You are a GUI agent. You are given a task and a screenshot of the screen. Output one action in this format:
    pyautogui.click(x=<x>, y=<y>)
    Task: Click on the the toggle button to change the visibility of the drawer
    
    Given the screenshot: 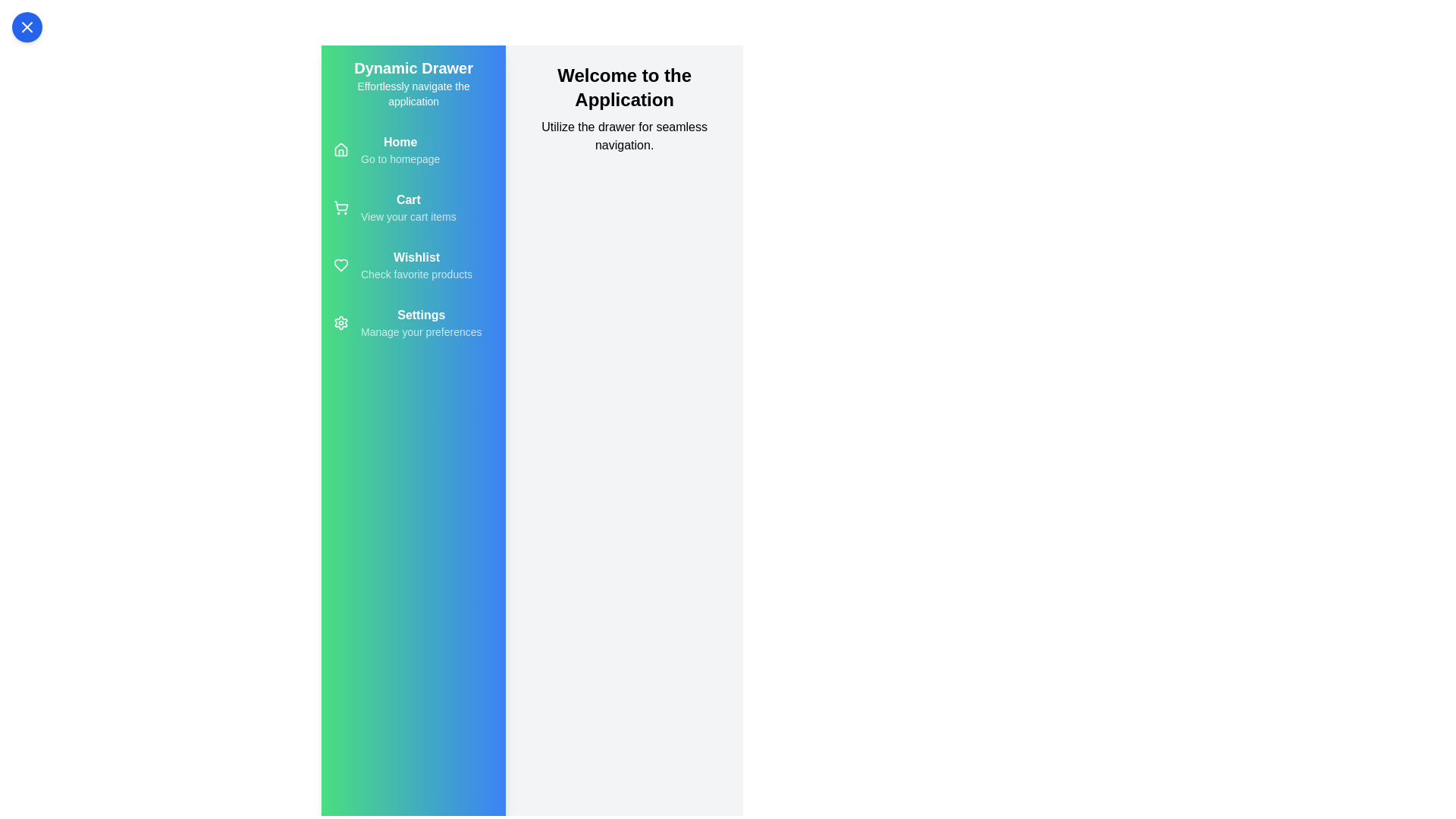 What is the action you would take?
    pyautogui.click(x=27, y=27)
    